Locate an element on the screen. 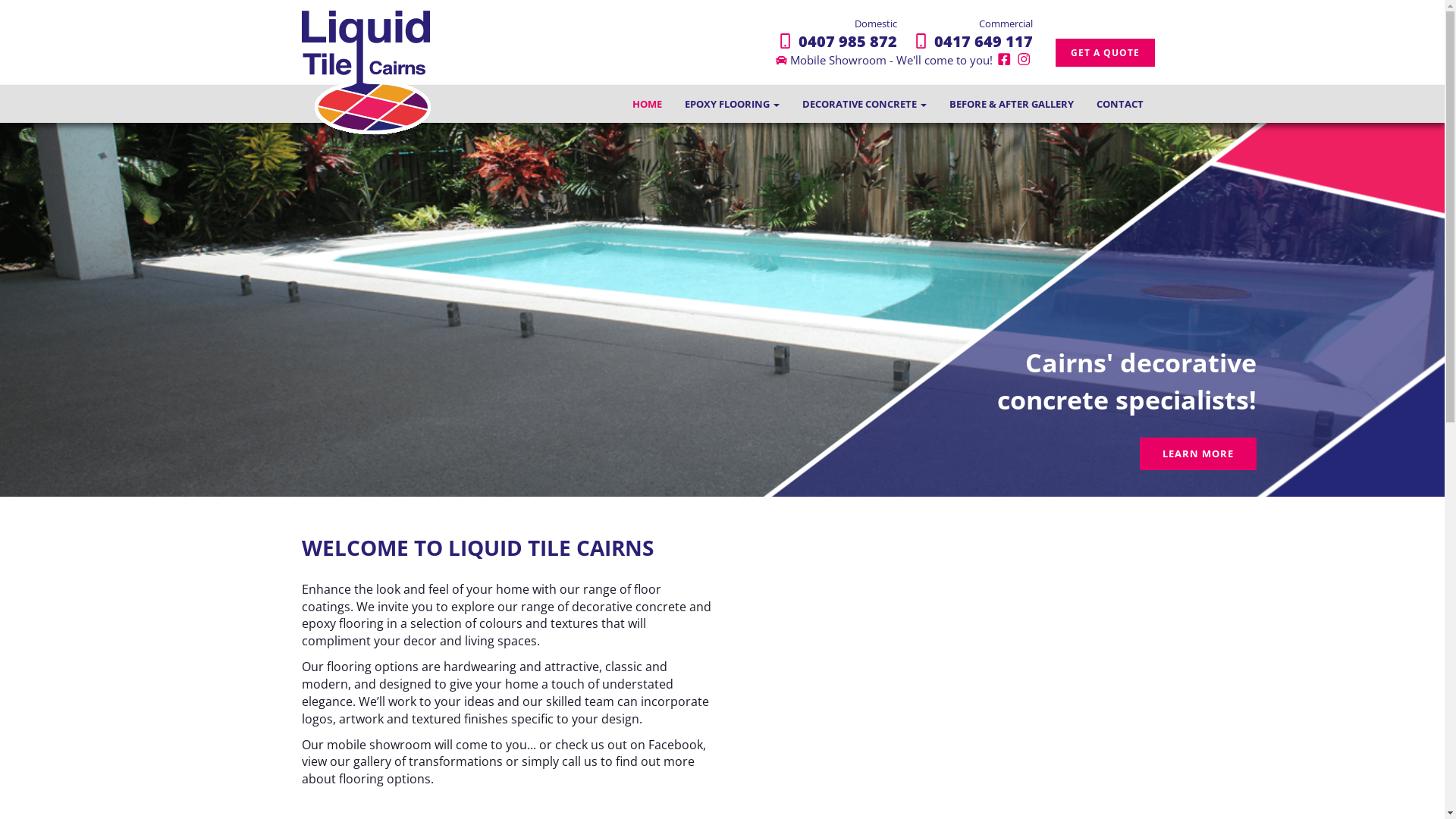  'DECORATIVE CONCRETE' is located at coordinates (863, 103).